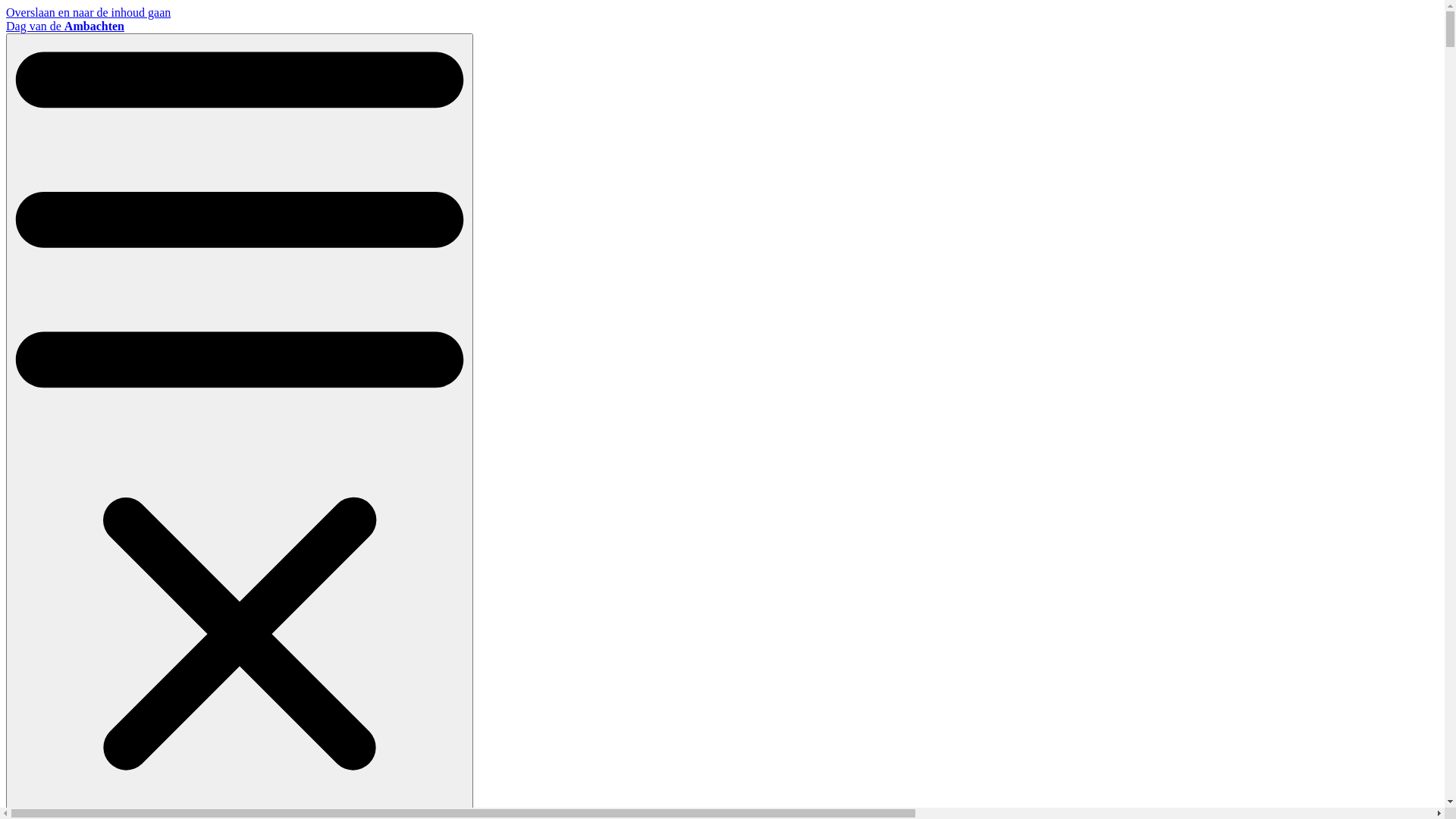  What do you see at coordinates (64, 26) in the screenshot?
I see `'Dag van de Ambachten'` at bounding box center [64, 26].